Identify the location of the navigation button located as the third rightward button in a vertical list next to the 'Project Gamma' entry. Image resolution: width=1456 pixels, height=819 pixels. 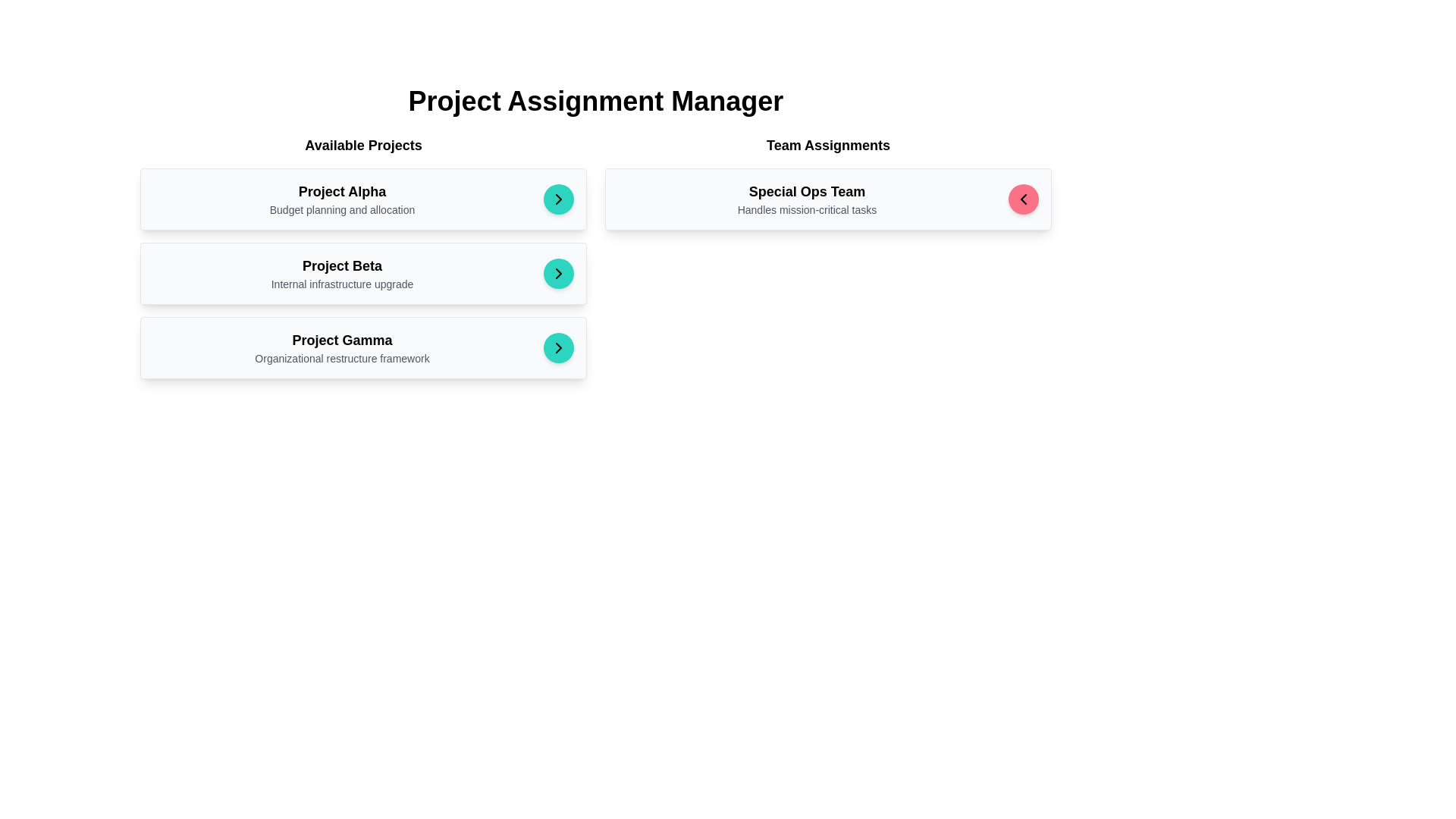
(558, 348).